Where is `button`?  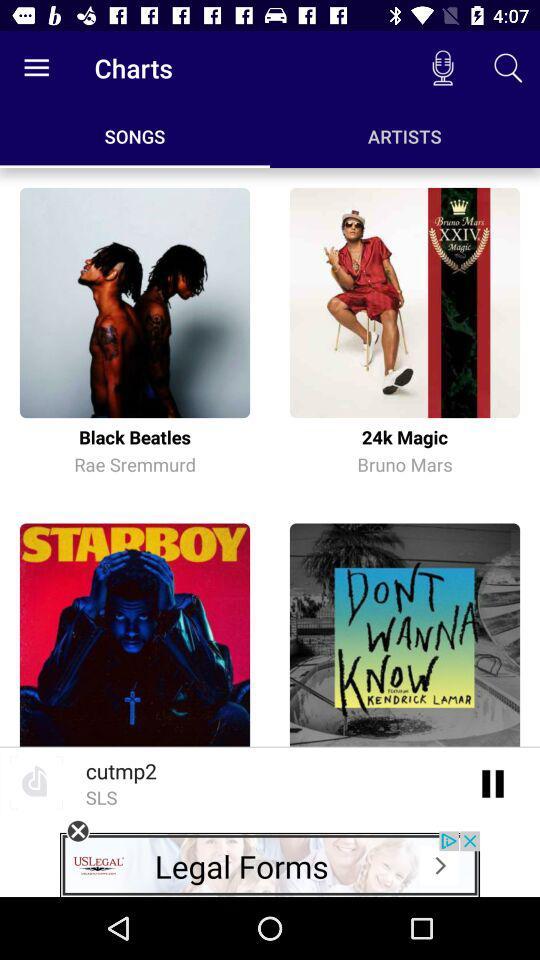
button is located at coordinates (77, 831).